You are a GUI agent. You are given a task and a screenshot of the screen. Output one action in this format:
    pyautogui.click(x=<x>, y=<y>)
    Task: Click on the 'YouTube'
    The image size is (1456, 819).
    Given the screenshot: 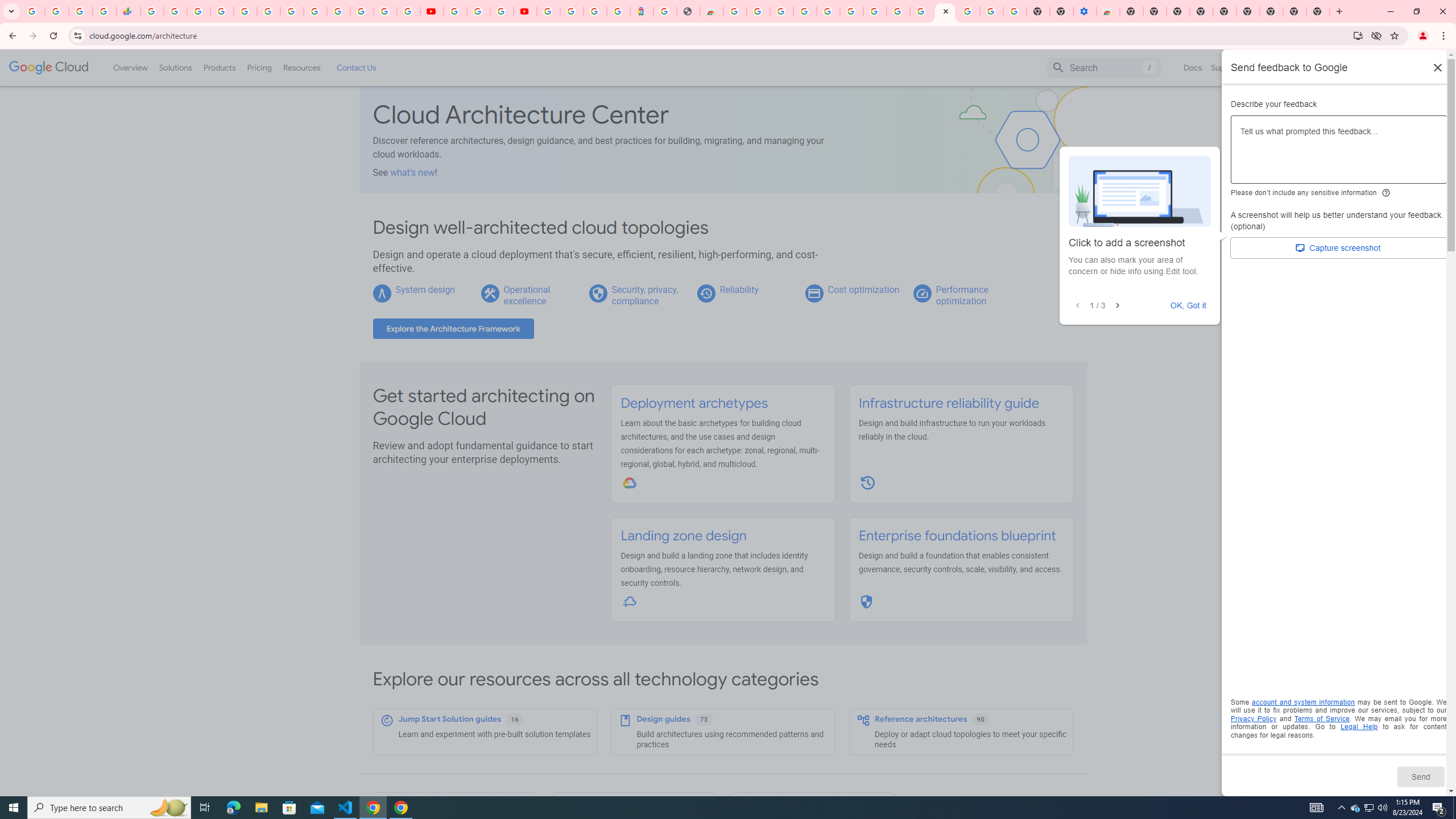 What is the action you would take?
    pyautogui.click(x=431, y=11)
    